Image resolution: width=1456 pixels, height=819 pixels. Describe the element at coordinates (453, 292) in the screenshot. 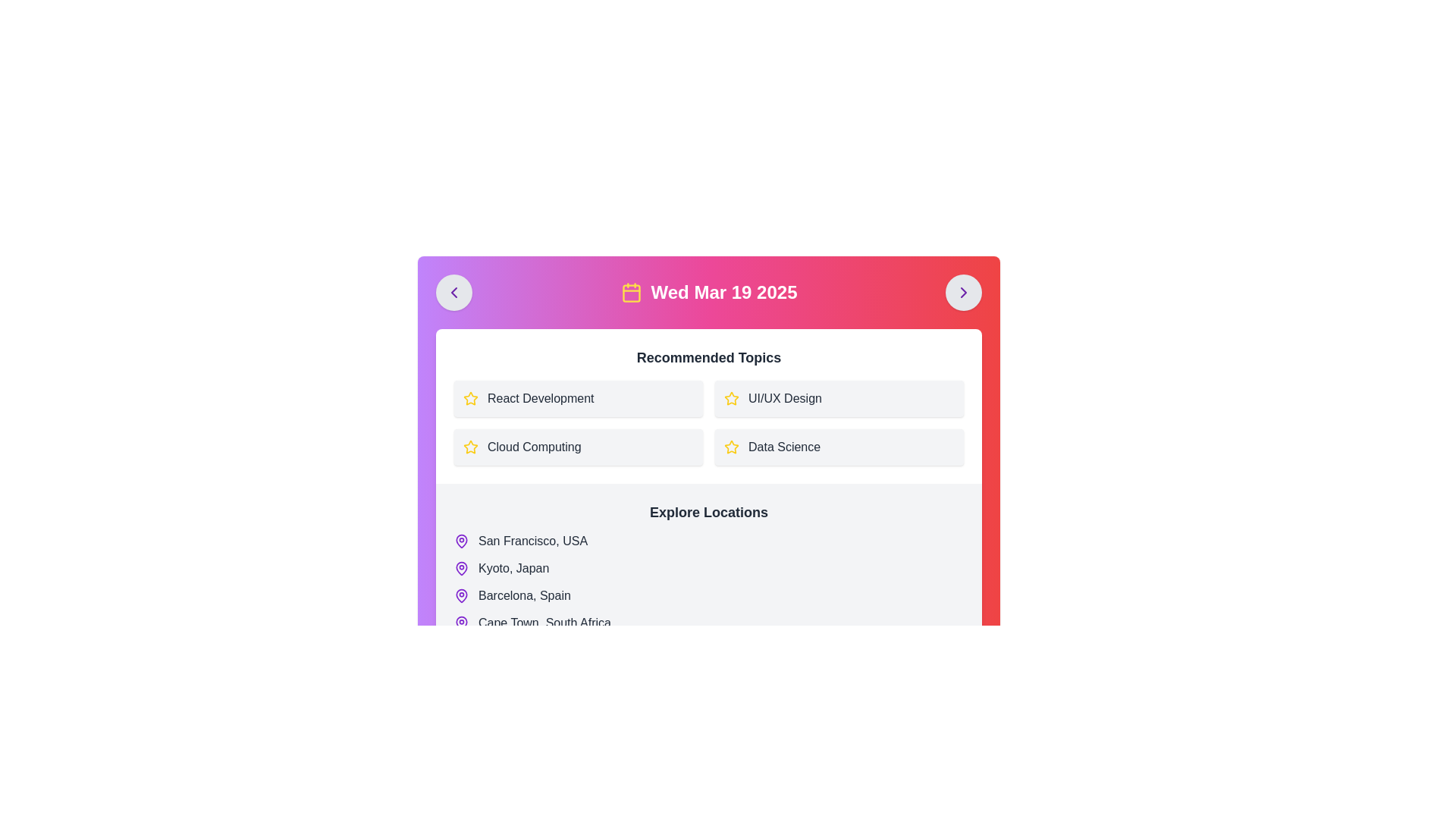

I see `the left-pointing chevron icon inside the circular button with a light gray background and purple border located in the top-left corner of the interface` at that location.